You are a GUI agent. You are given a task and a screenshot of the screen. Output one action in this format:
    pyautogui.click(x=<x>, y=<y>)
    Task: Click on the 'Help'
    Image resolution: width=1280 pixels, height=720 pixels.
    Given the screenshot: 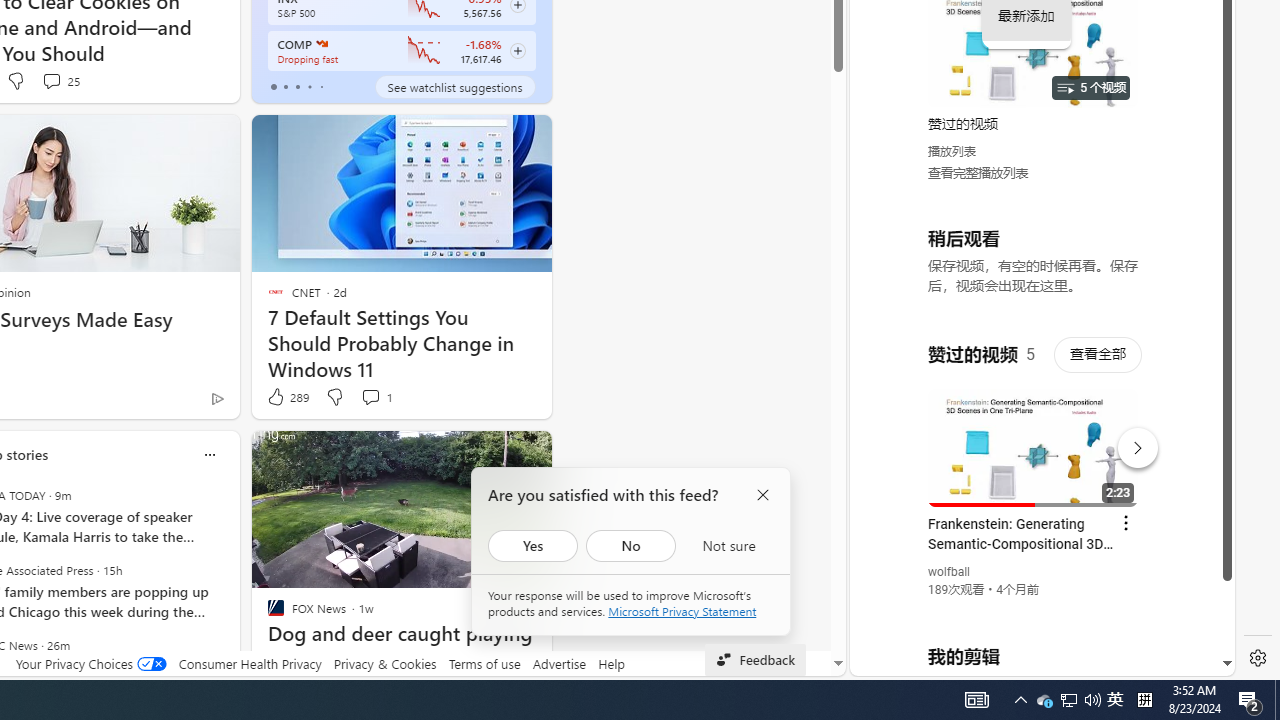 What is the action you would take?
    pyautogui.click(x=610, y=663)
    